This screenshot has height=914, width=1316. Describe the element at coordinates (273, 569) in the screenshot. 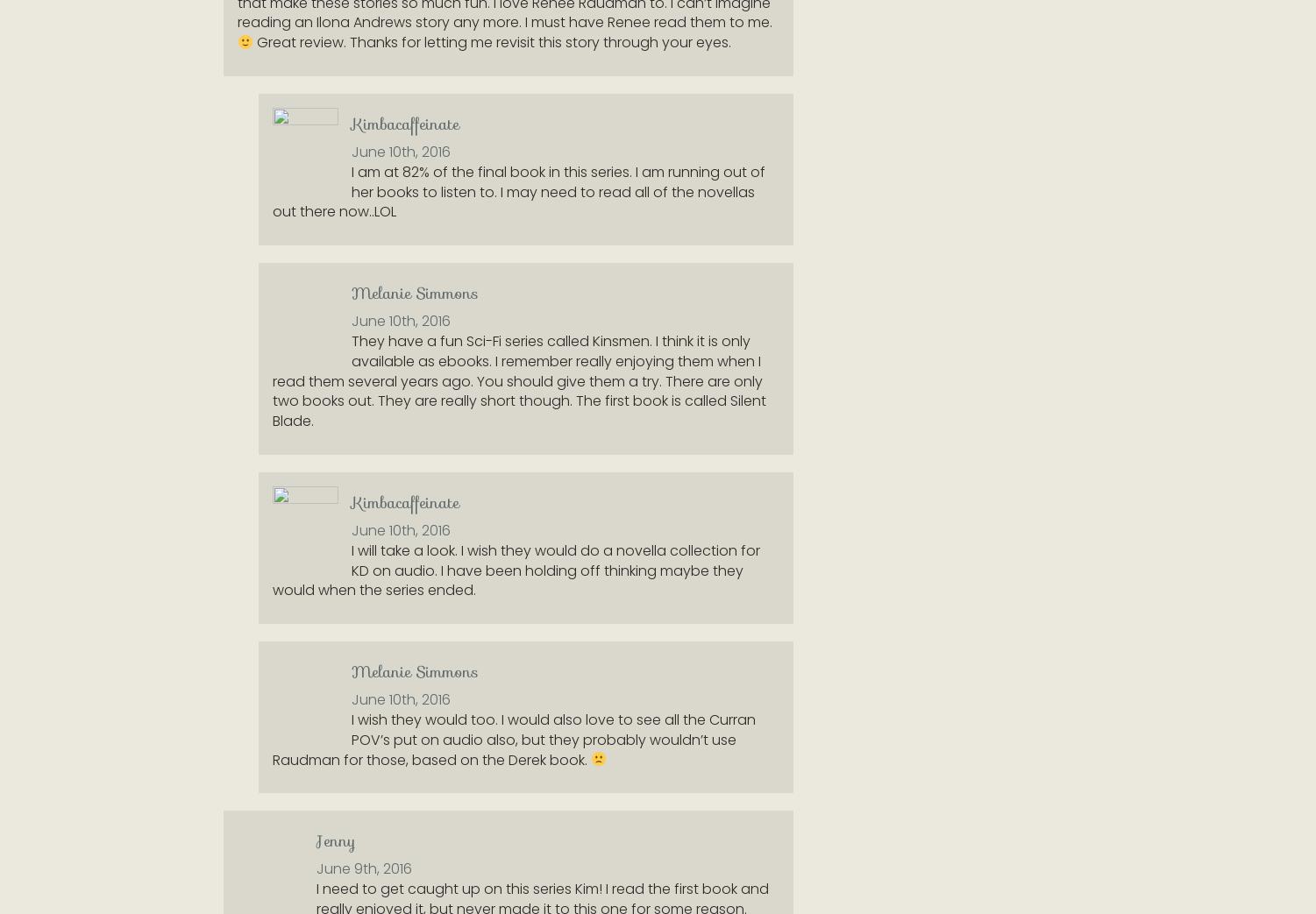

I see `'I will take a look. I wish they would do a novella collection for KD on audio. I have been holding off thinking maybe they would when the series ended.'` at that location.